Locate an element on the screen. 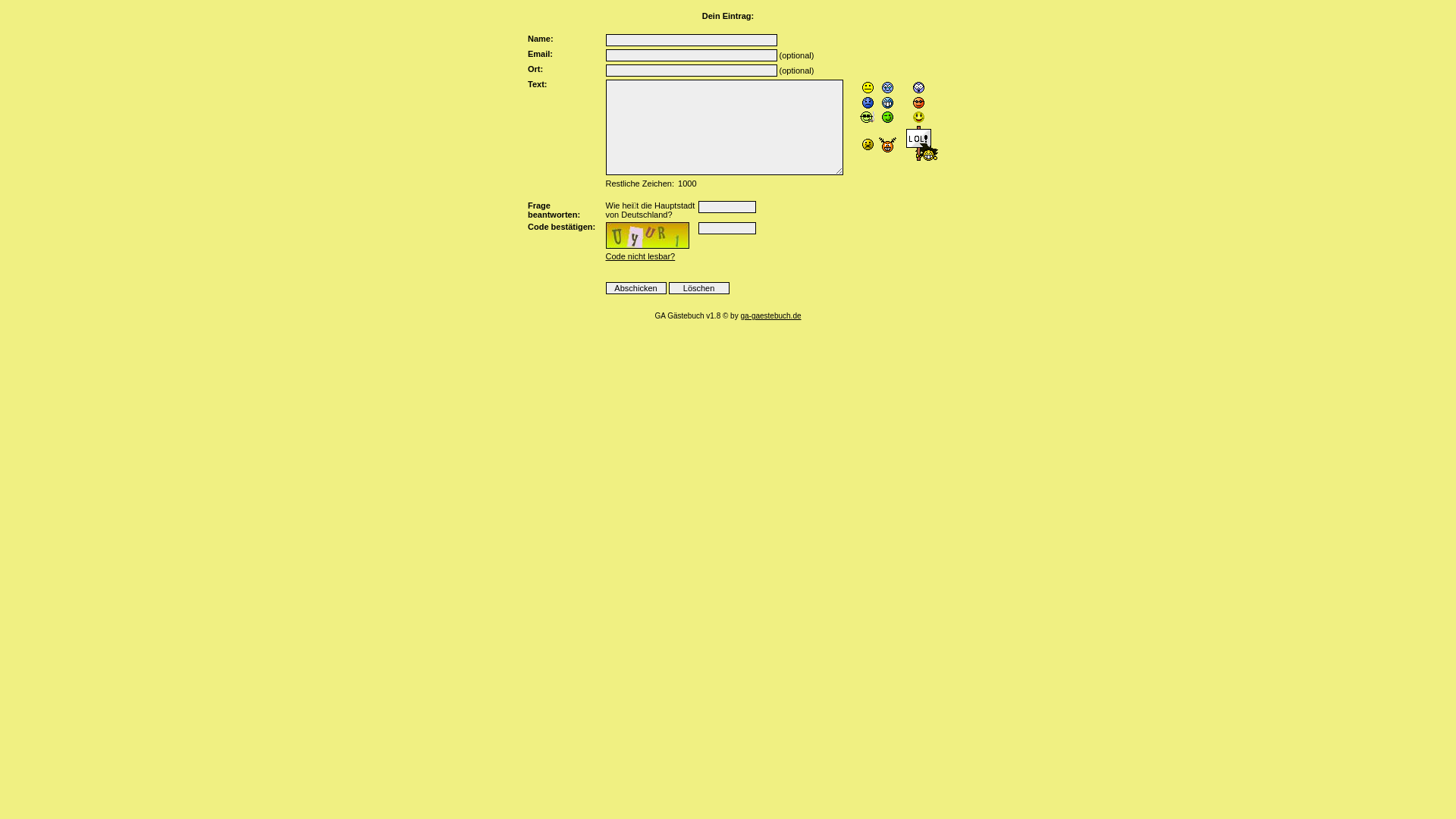 The image size is (1456, 819). ';-)' is located at coordinates (887, 116).